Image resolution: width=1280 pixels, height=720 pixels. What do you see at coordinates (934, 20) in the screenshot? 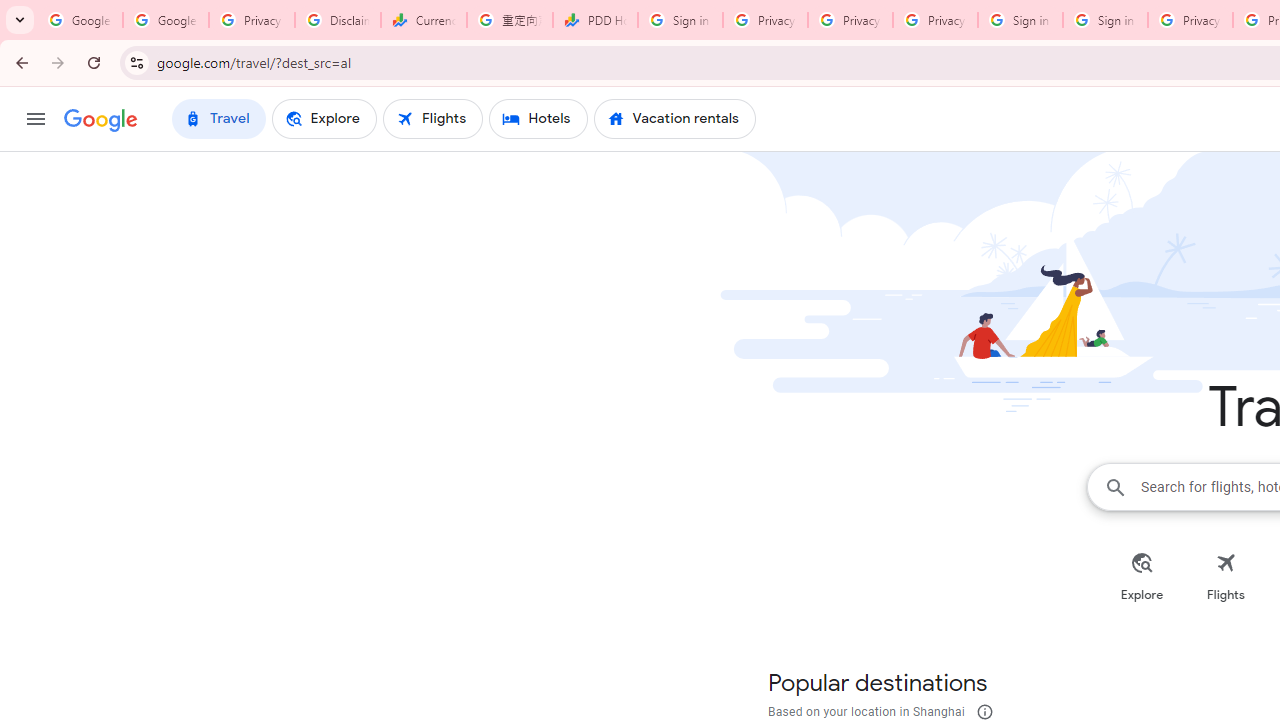
I see `'Privacy Checkup'` at bounding box center [934, 20].